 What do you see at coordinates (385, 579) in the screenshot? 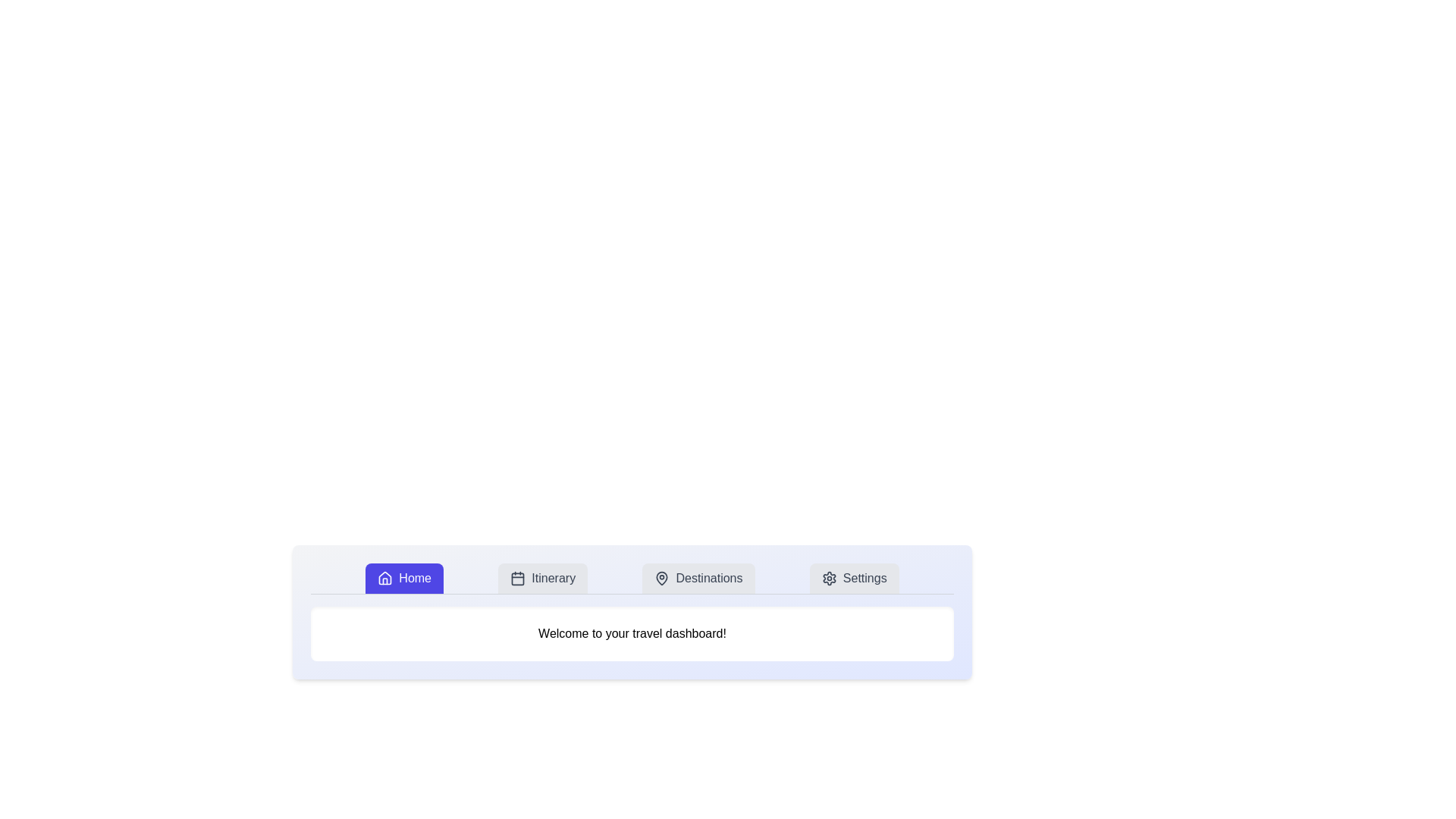
I see `the house icon located in the navigation bar, which is adjacent to the label 'Home'` at bounding box center [385, 579].